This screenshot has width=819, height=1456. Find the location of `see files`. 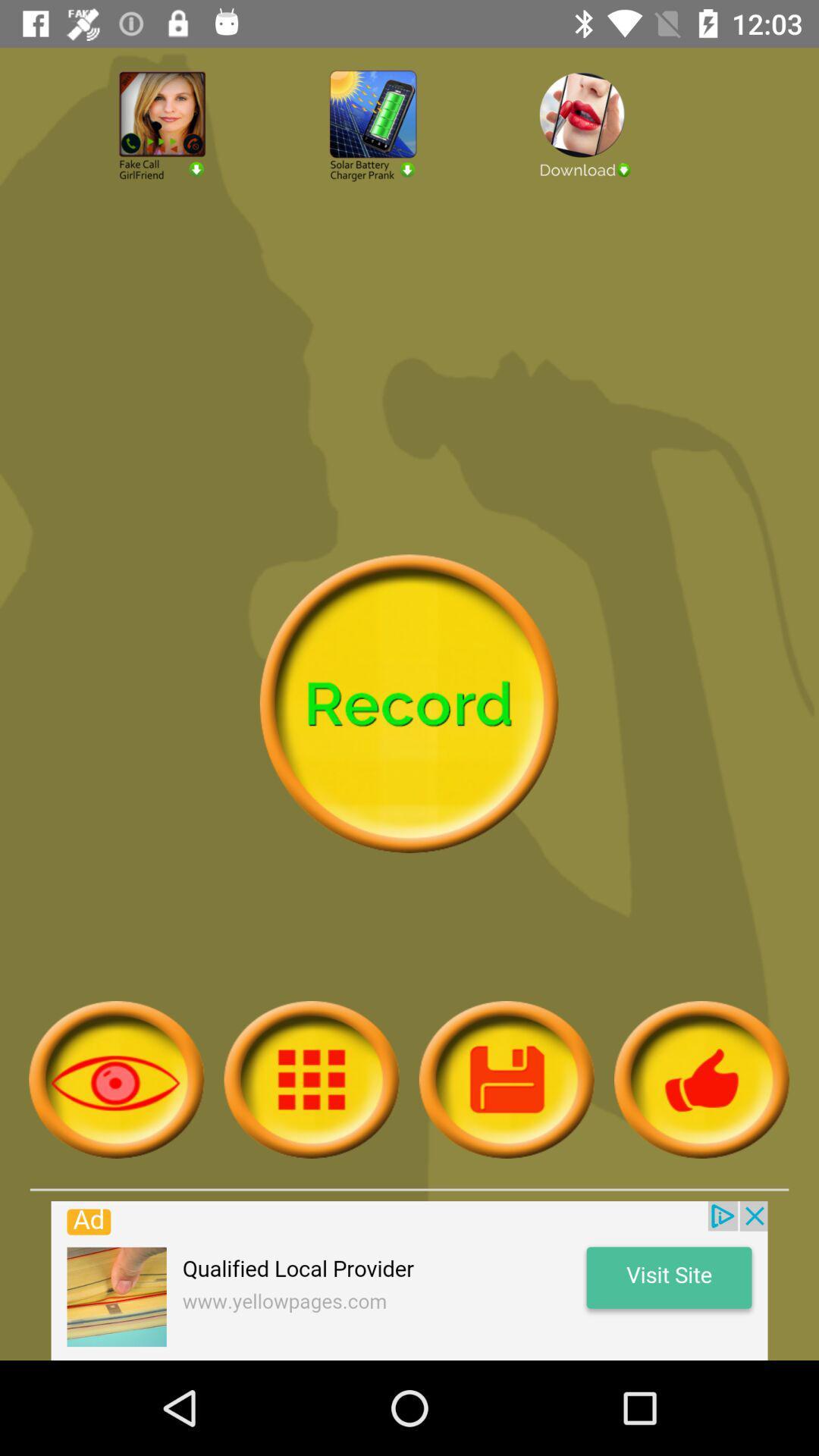

see files is located at coordinates (311, 1078).